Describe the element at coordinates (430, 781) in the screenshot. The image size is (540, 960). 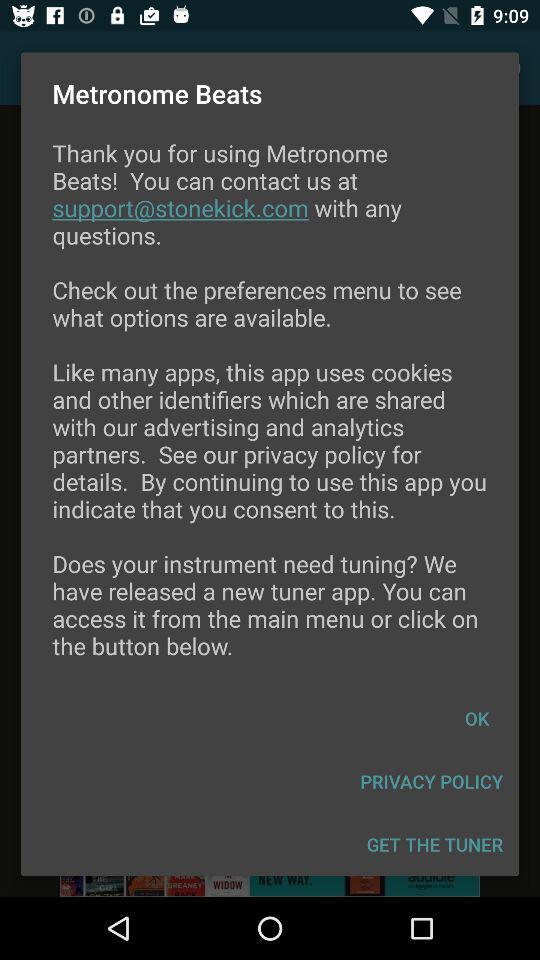
I see `item below the ok icon` at that location.